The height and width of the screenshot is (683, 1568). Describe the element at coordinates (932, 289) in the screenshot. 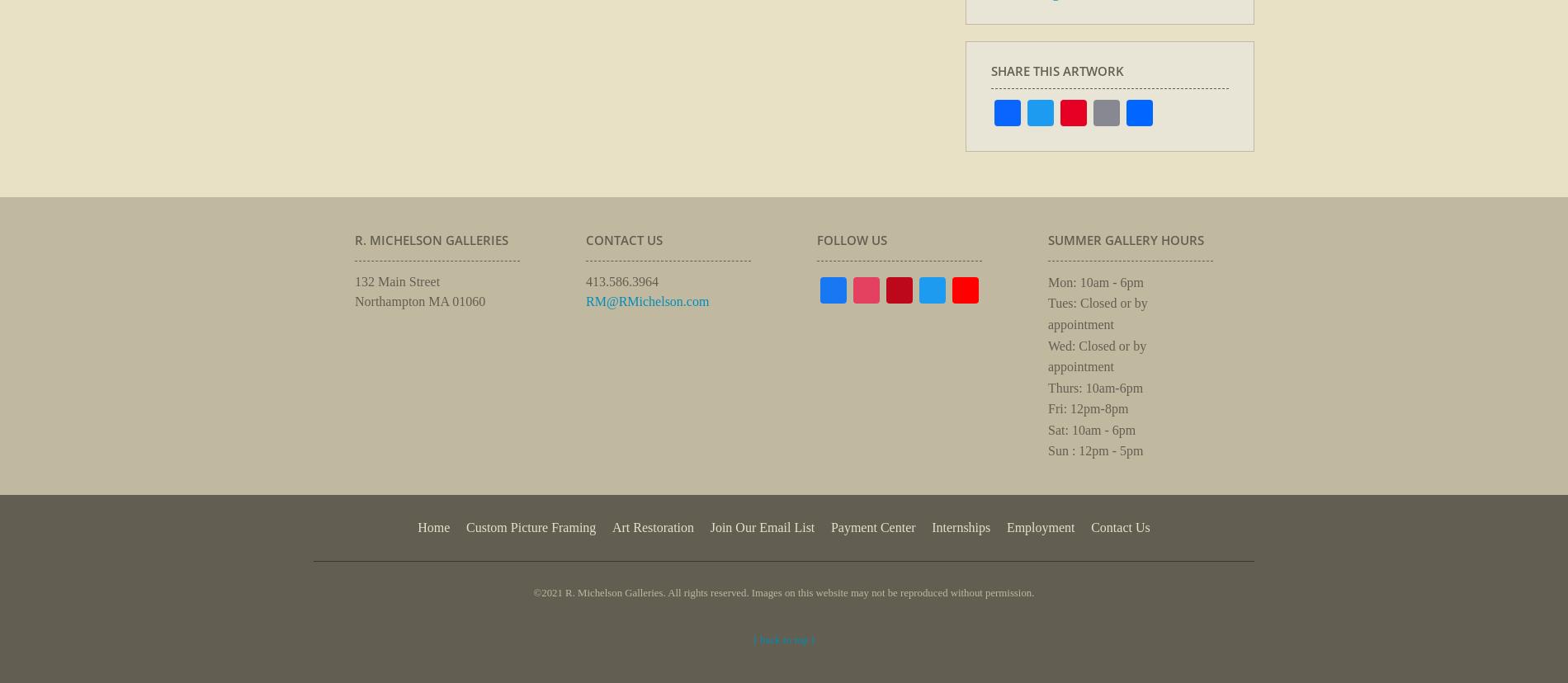

I see `'Instagram'` at that location.